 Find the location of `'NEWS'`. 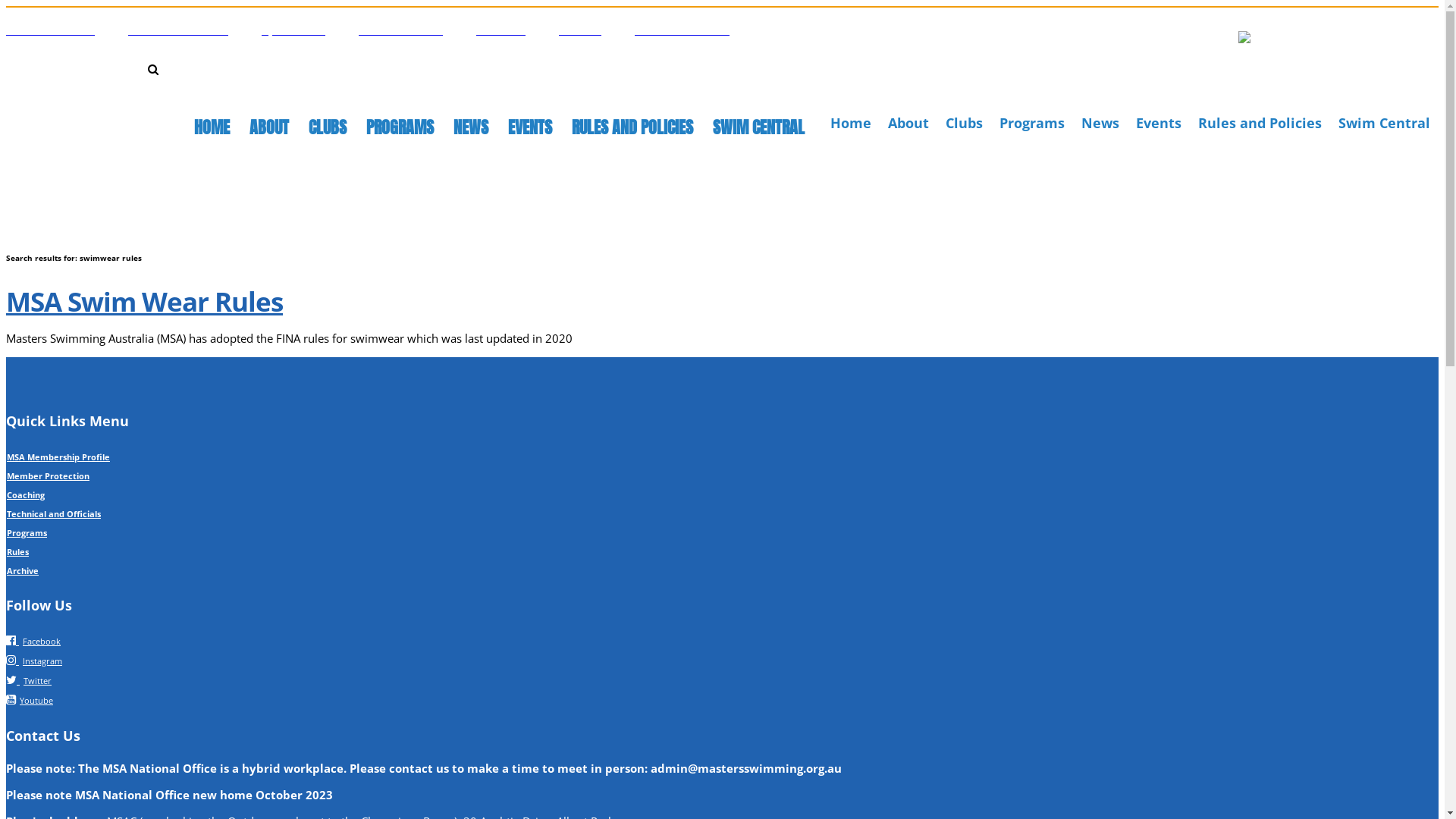

'NEWS' is located at coordinates (469, 126).